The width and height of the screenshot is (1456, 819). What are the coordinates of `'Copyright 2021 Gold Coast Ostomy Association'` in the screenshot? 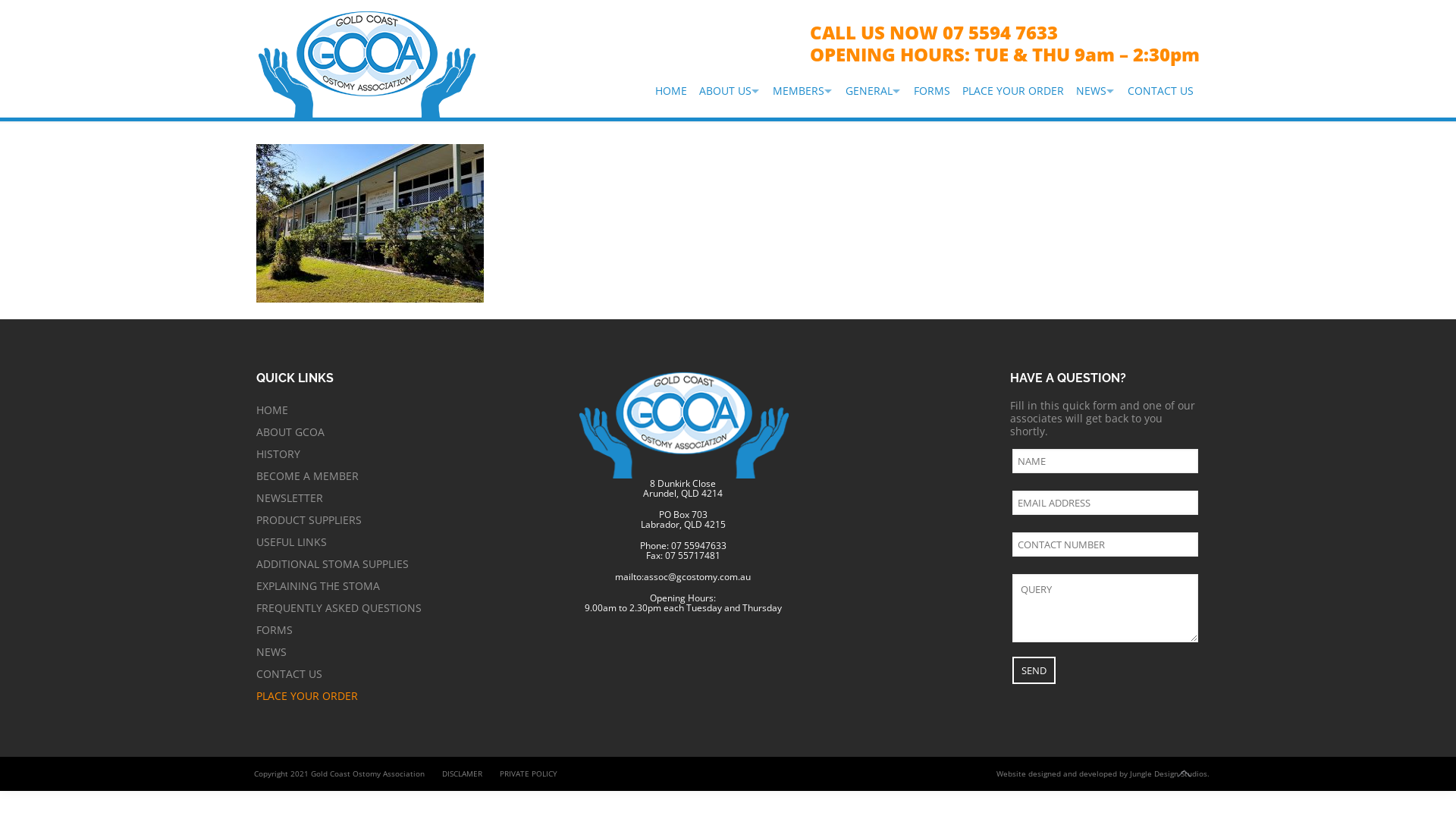 It's located at (246, 773).